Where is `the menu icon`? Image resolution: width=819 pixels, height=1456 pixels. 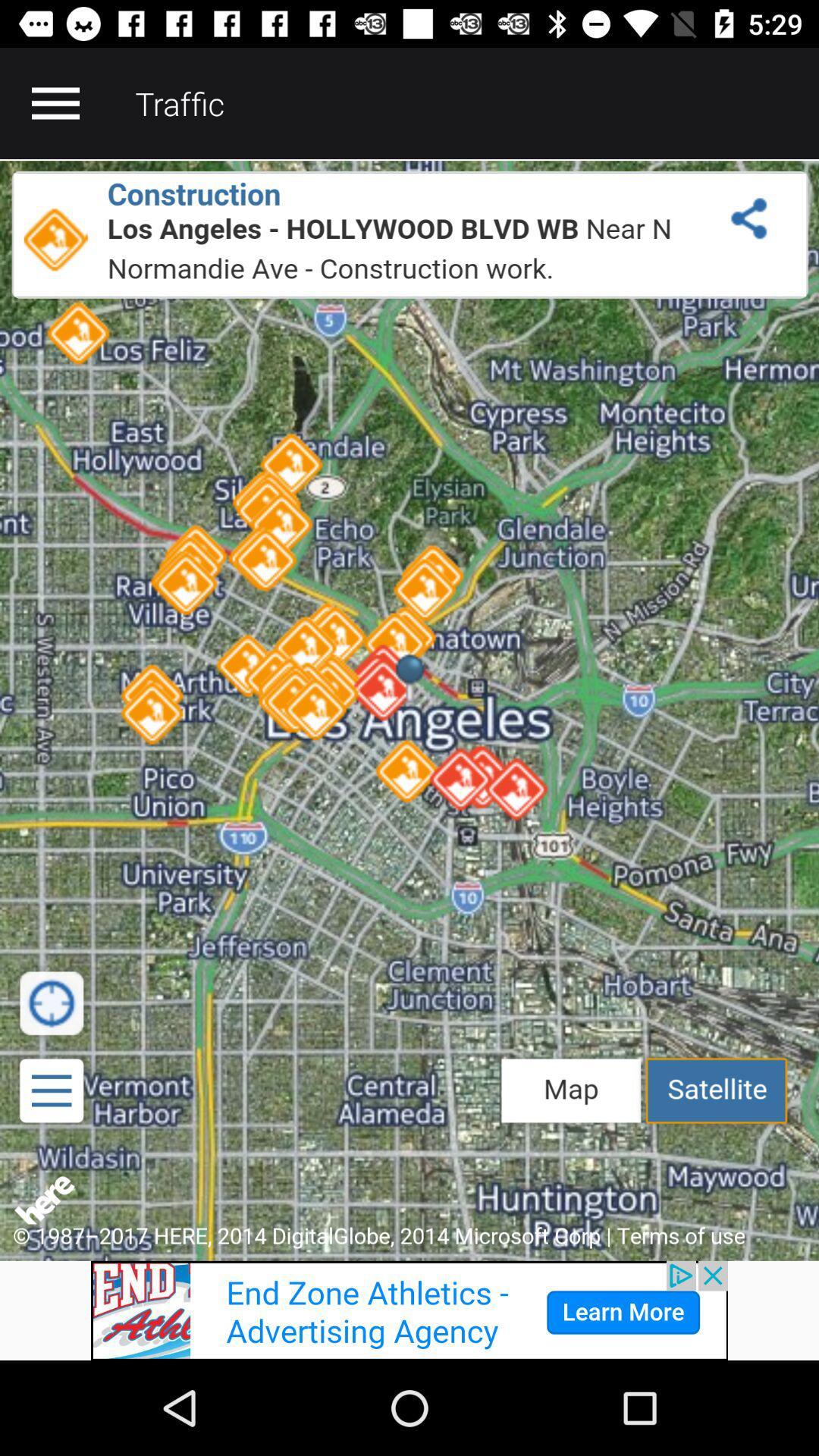 the menu icon is located at coordinates (55, 102).